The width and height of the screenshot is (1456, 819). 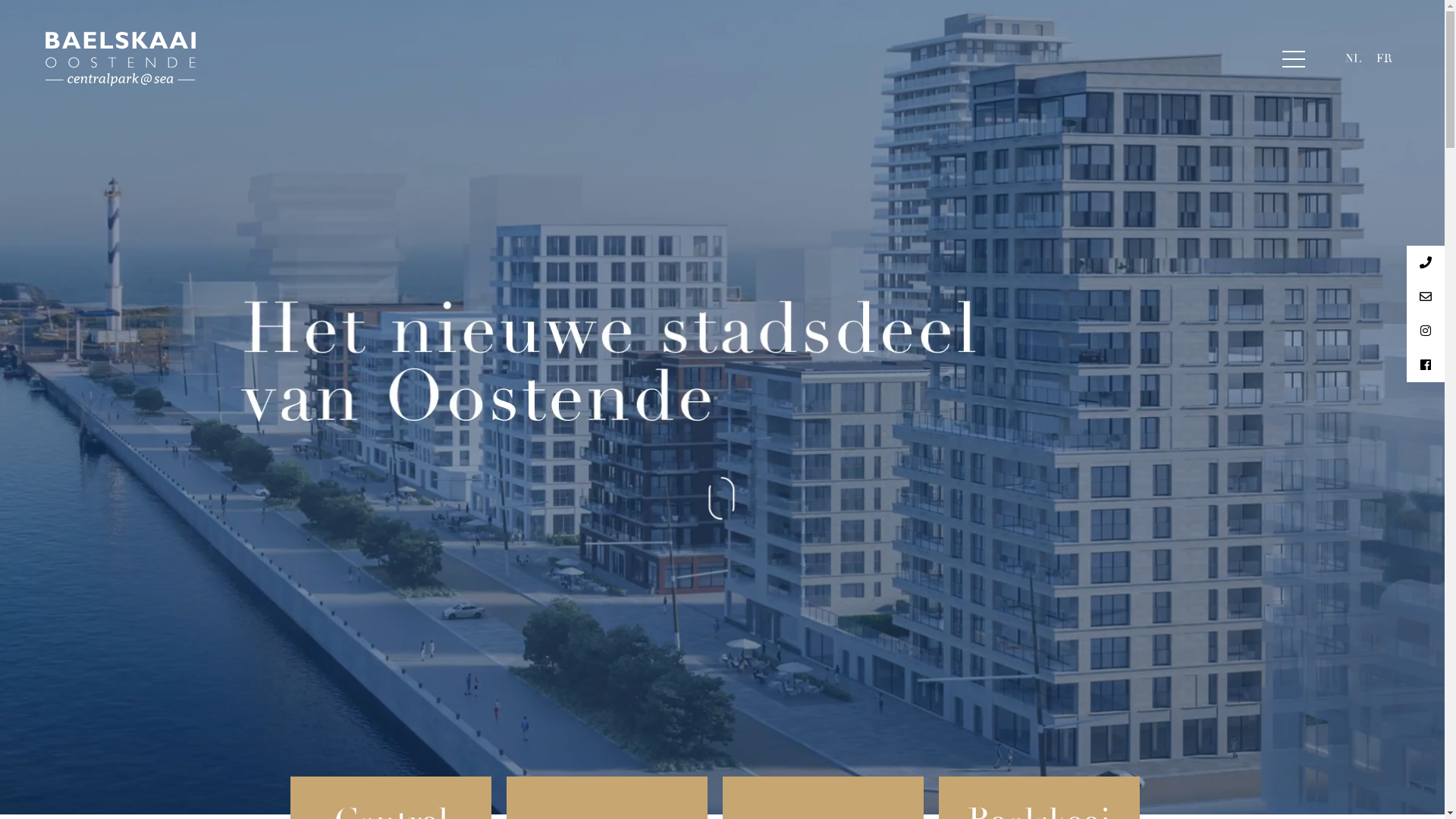 I want to click on 'FR', so click(x=1384, y=58).